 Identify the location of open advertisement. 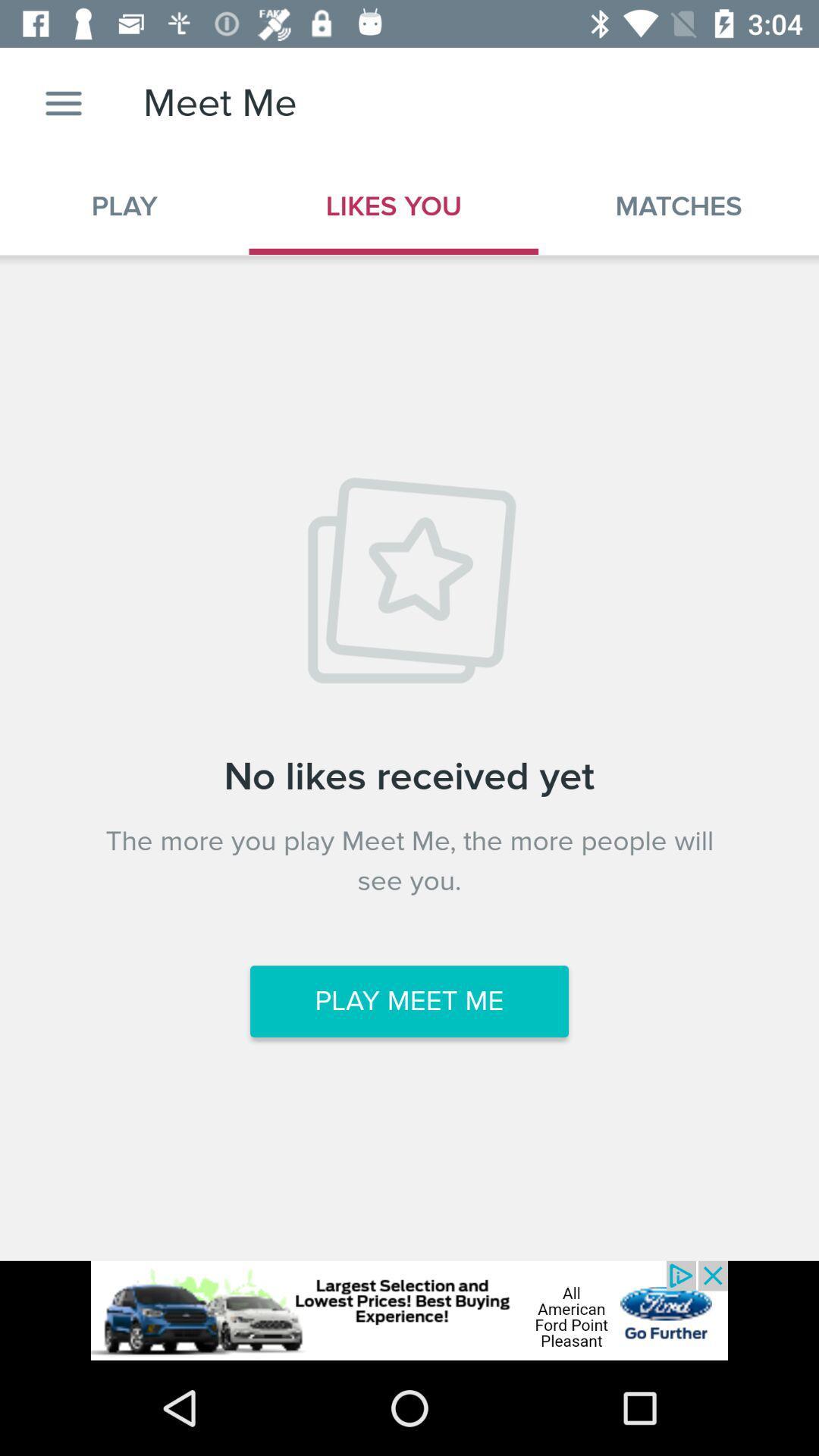
(409, 1310).